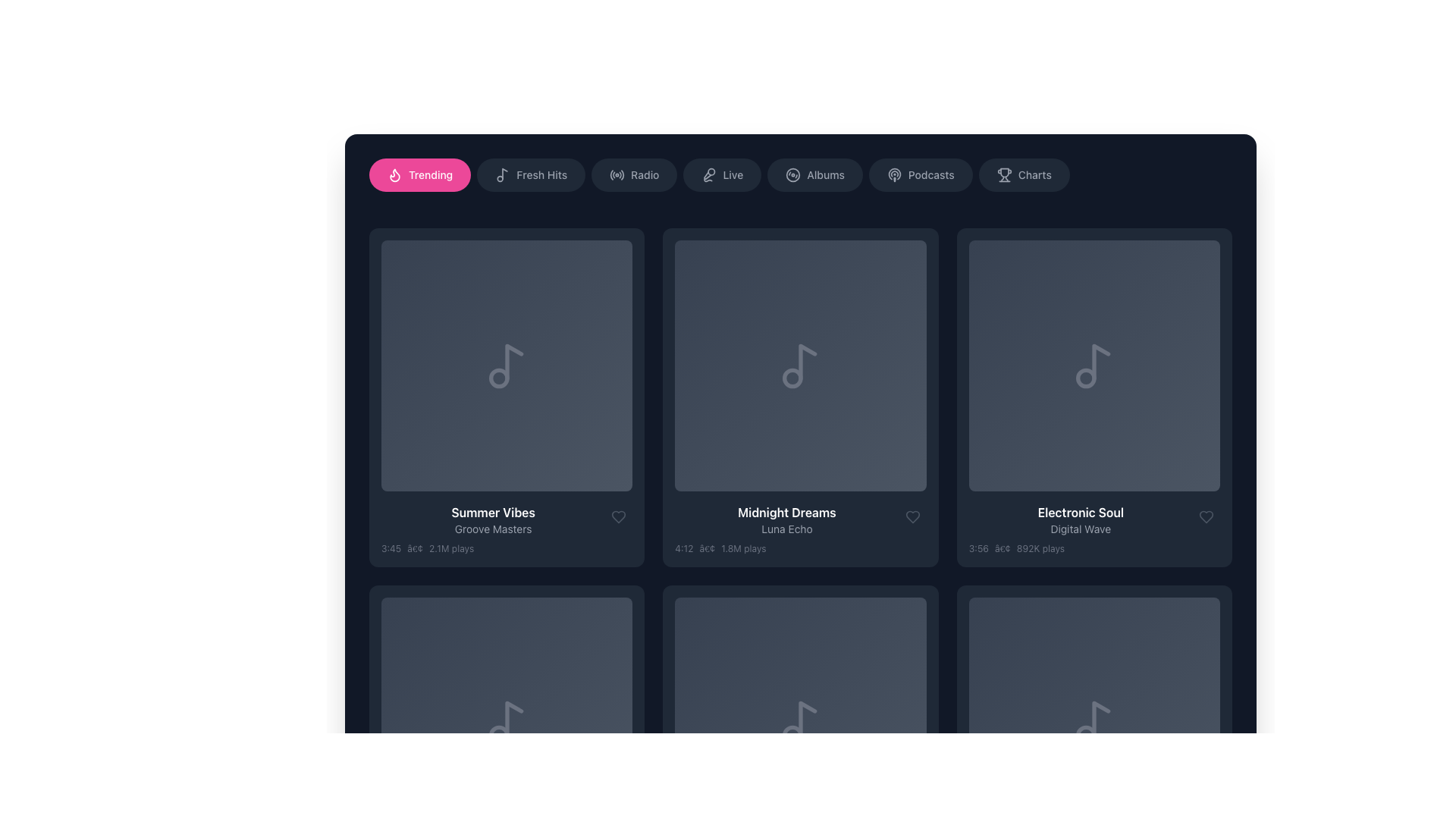 This screenshot has height=819, width=1456. I want to click on the fourth button from the left, styled as a rounded pill with a dark background and lighter gray text, labeled 'Live' with a microphone icon, so click(721, 174).